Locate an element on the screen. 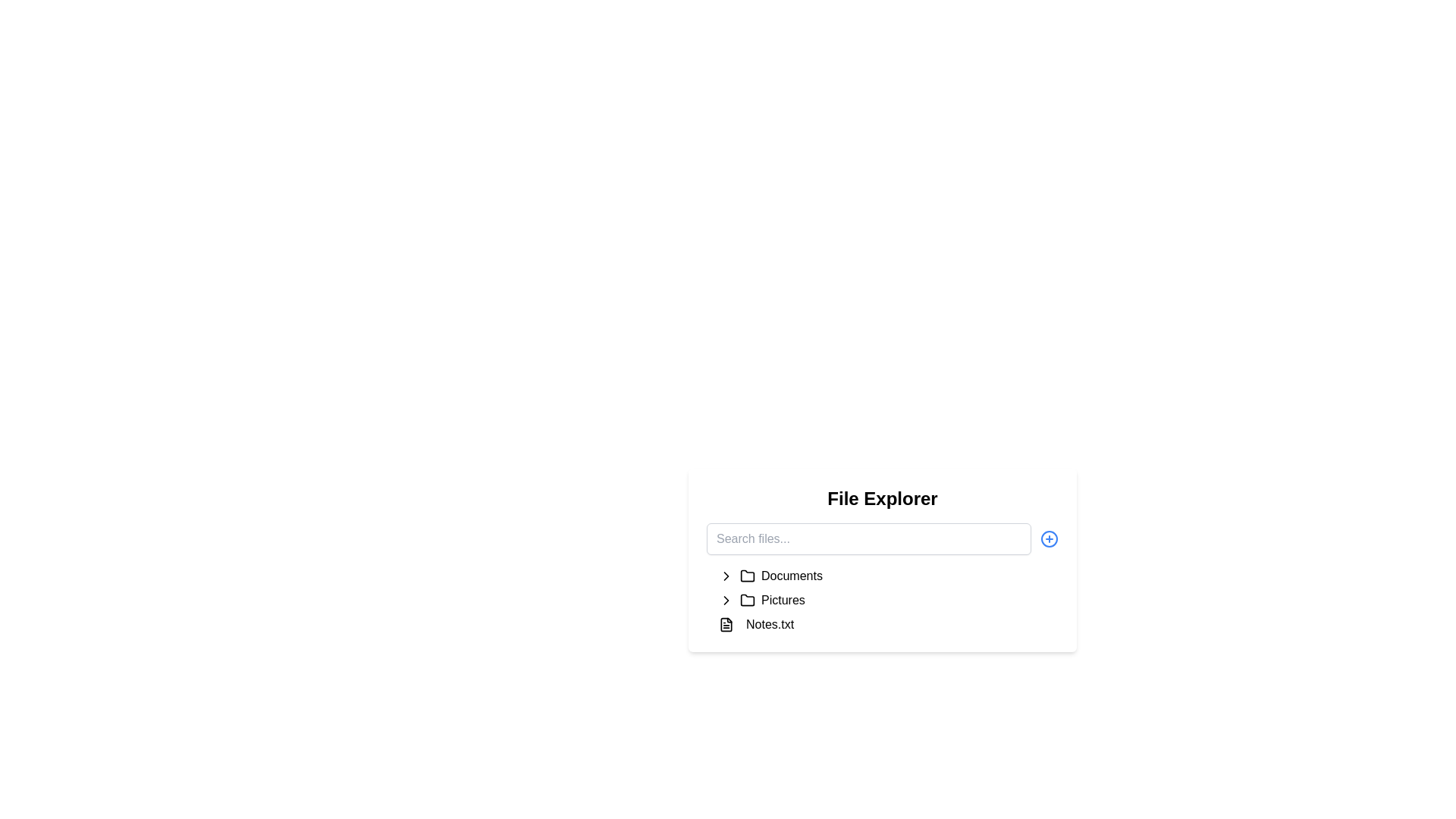 Image resolution: width=1456 pixels, height=819 pixels. the rightward-facing arrowhead SVG icon, which is part of a navigational interface and indicates a direction or action is located at coordinates (726, 599).